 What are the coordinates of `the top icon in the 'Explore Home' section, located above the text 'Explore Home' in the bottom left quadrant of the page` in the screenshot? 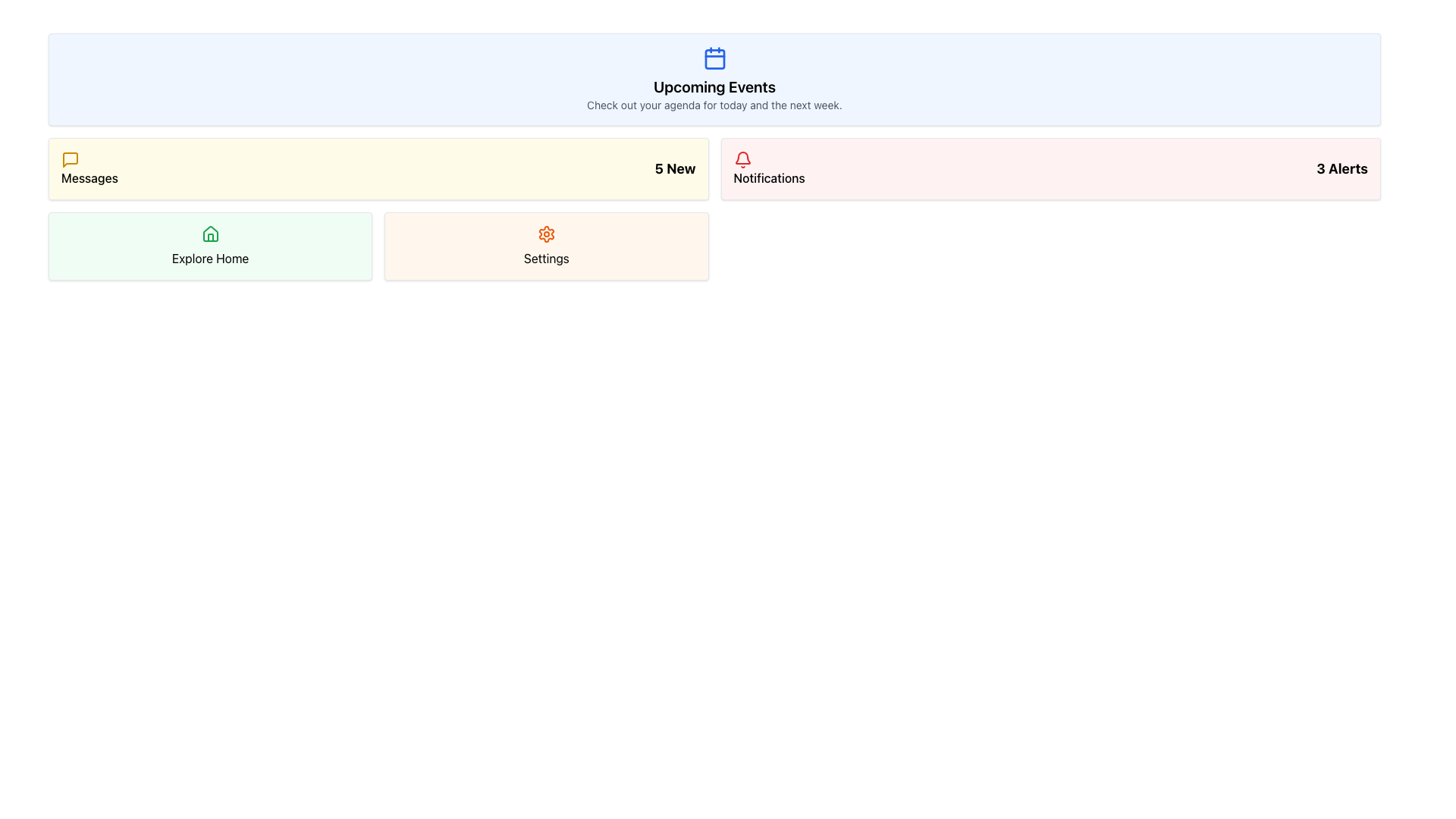 It's located at (209, 234).